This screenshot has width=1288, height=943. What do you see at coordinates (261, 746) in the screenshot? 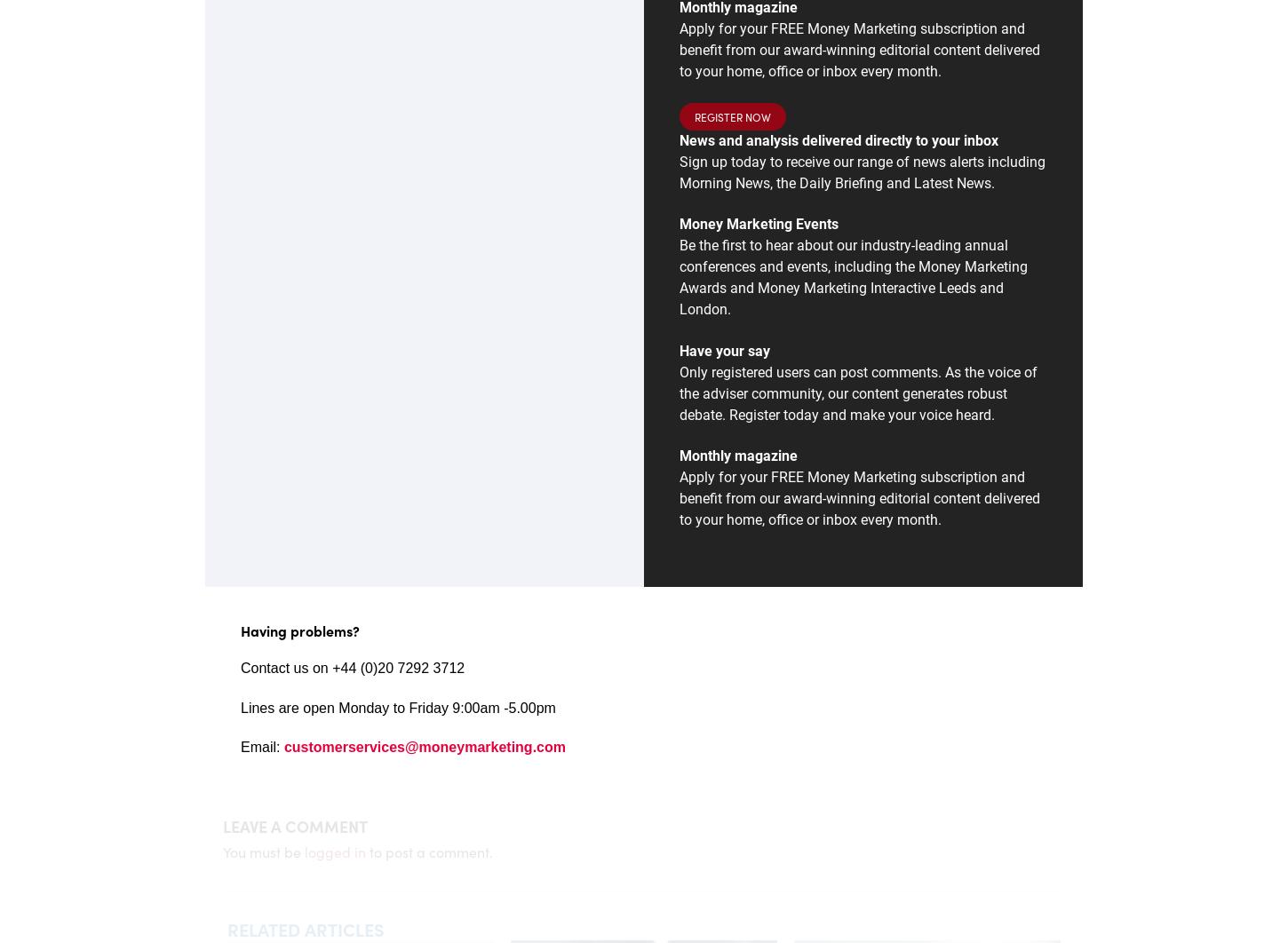
I see `'Email:'` at bounding box center [261, 746].